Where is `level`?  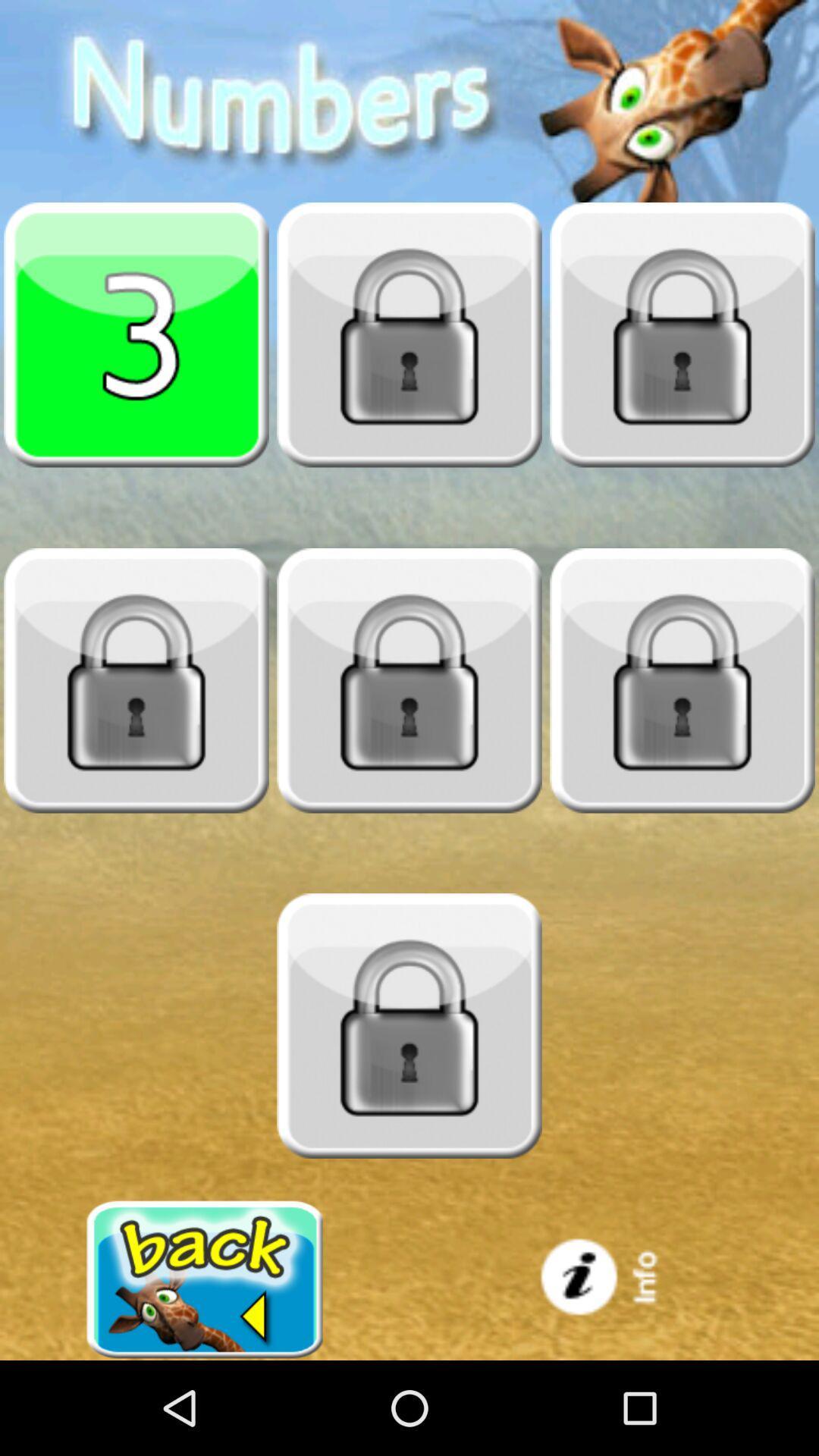
level is located at coordinates (681, 334).